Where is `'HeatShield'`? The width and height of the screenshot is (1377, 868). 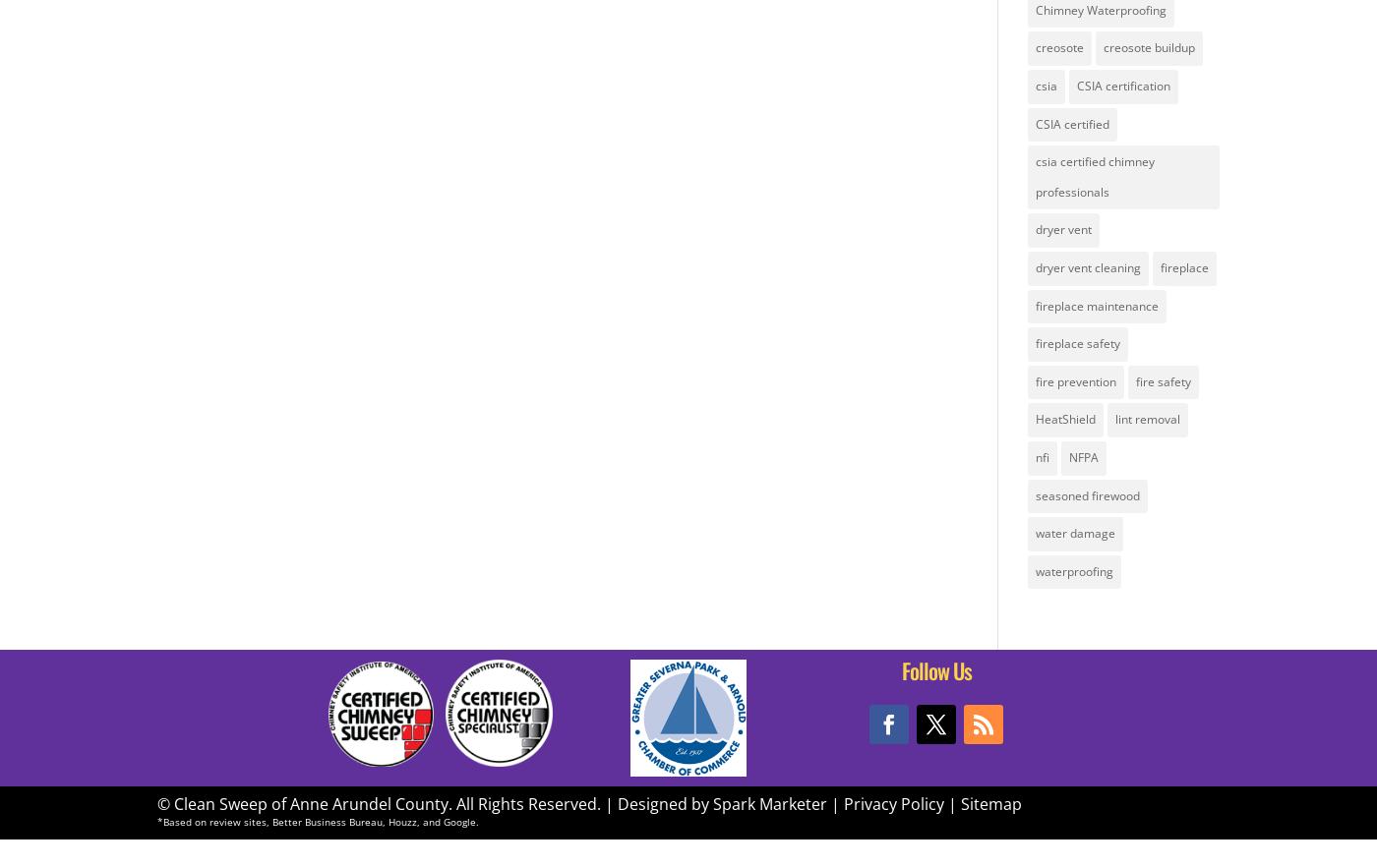
'HeatShield' is located at coordinates (1064, 419).